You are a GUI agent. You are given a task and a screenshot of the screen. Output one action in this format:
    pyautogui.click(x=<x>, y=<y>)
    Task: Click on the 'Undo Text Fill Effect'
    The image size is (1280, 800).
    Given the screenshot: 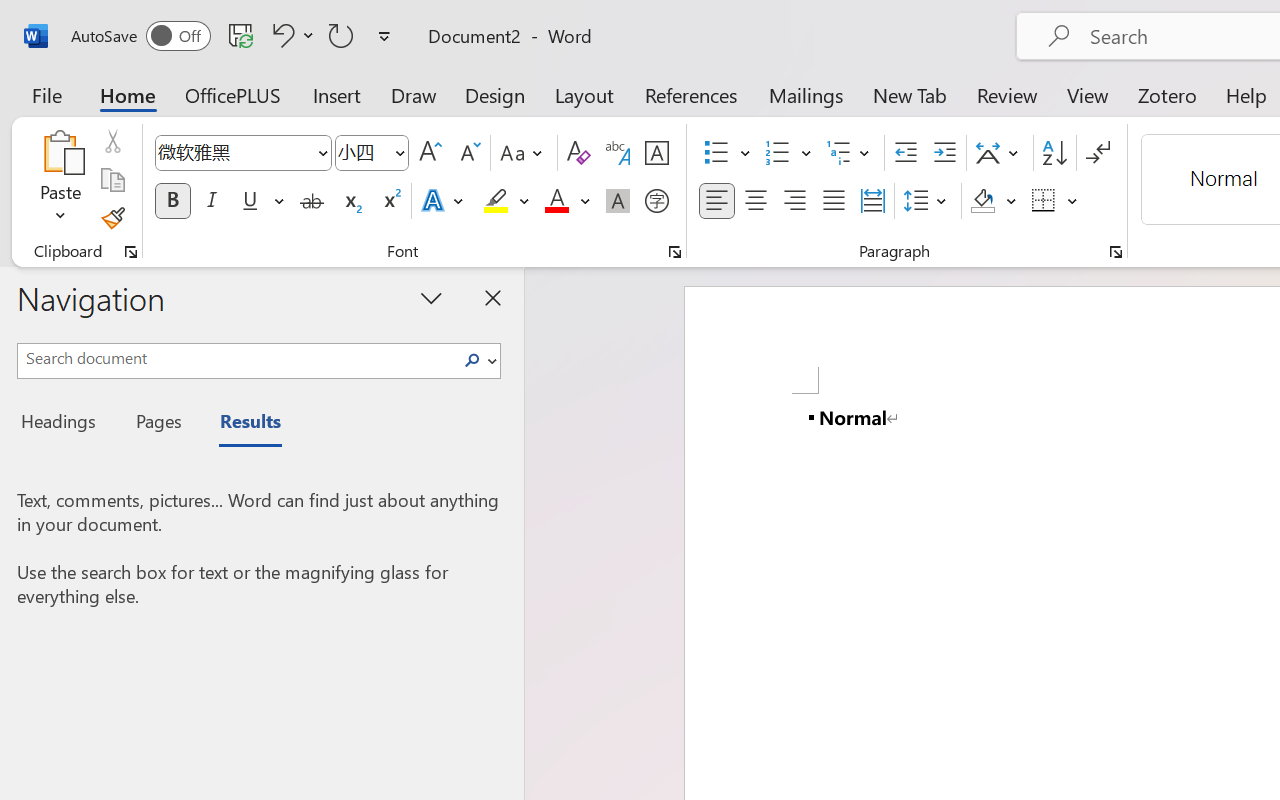 What is the action you would take?
    pyautogui.click(x=279, y=34)
    